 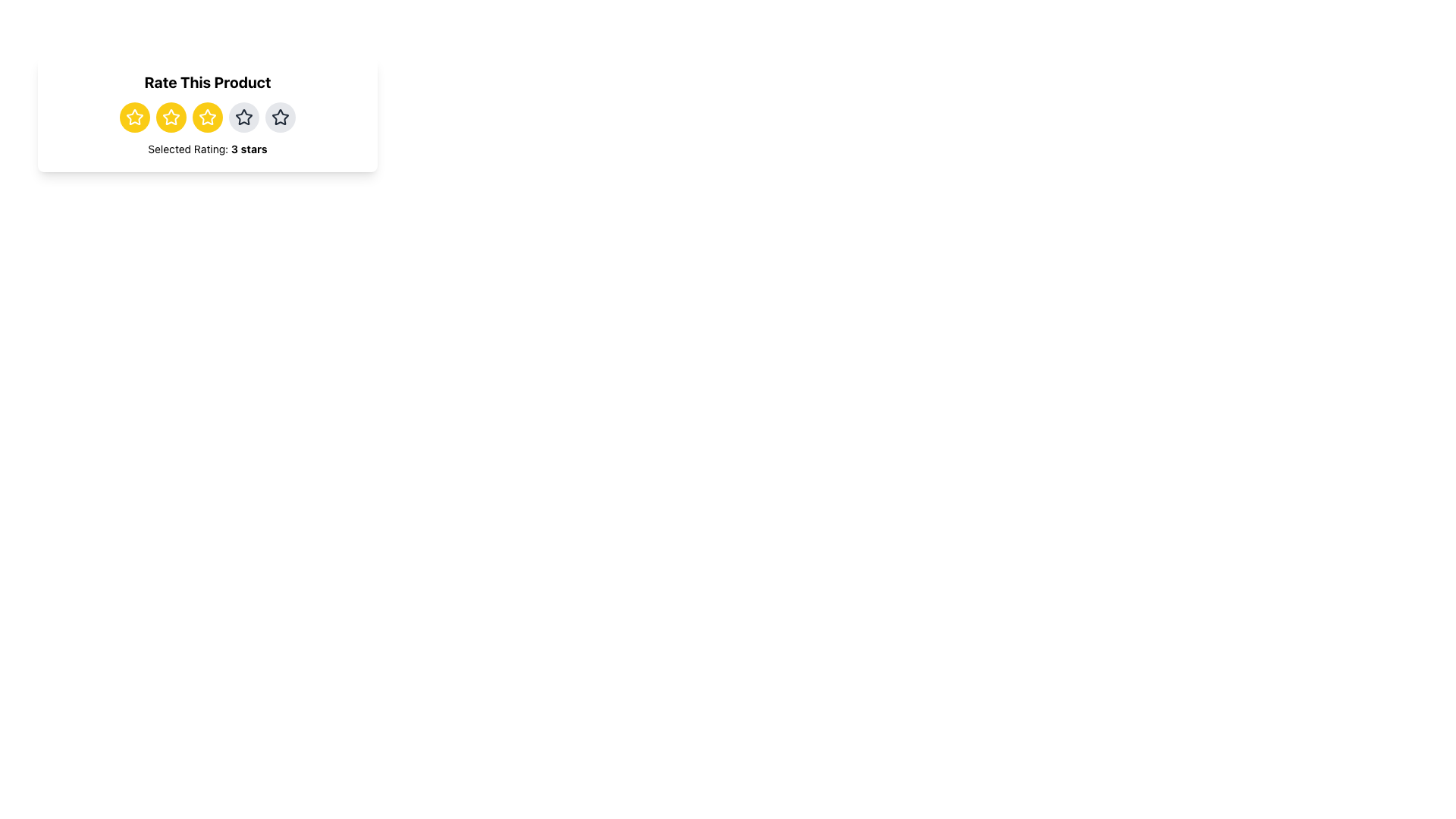 What do you see at coordinates (249, 149) in the screenshot?
I see `the bold text displaying the currently selected rating level, which shows '3 stars' and is positioned below the star rating icons` at bounding box center [249, 149].